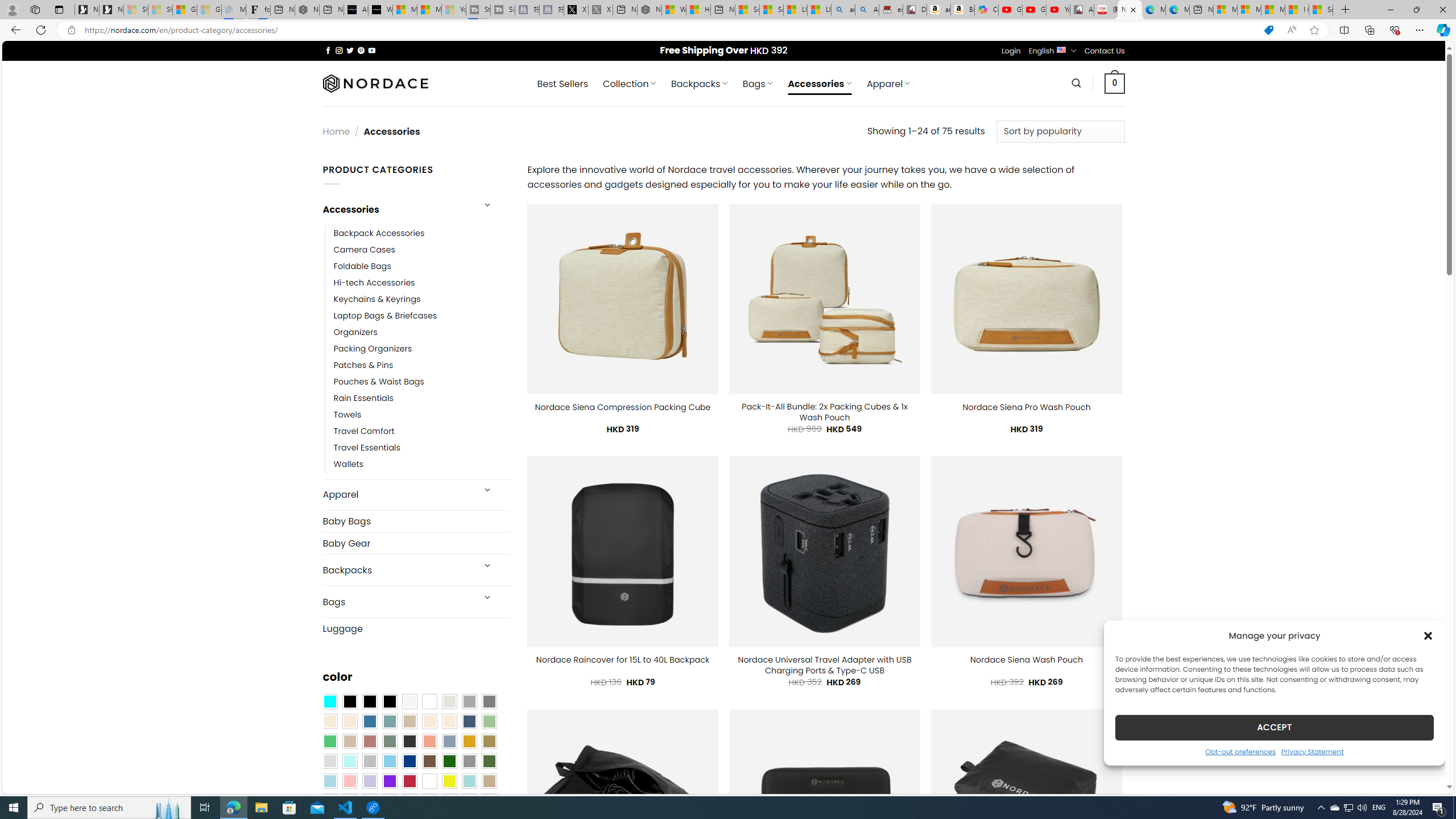 This screenshot has width=1456, height=819. Describe the element at coordinates (986, 9) in the screenshot. I see `'Copilot'` at that location.